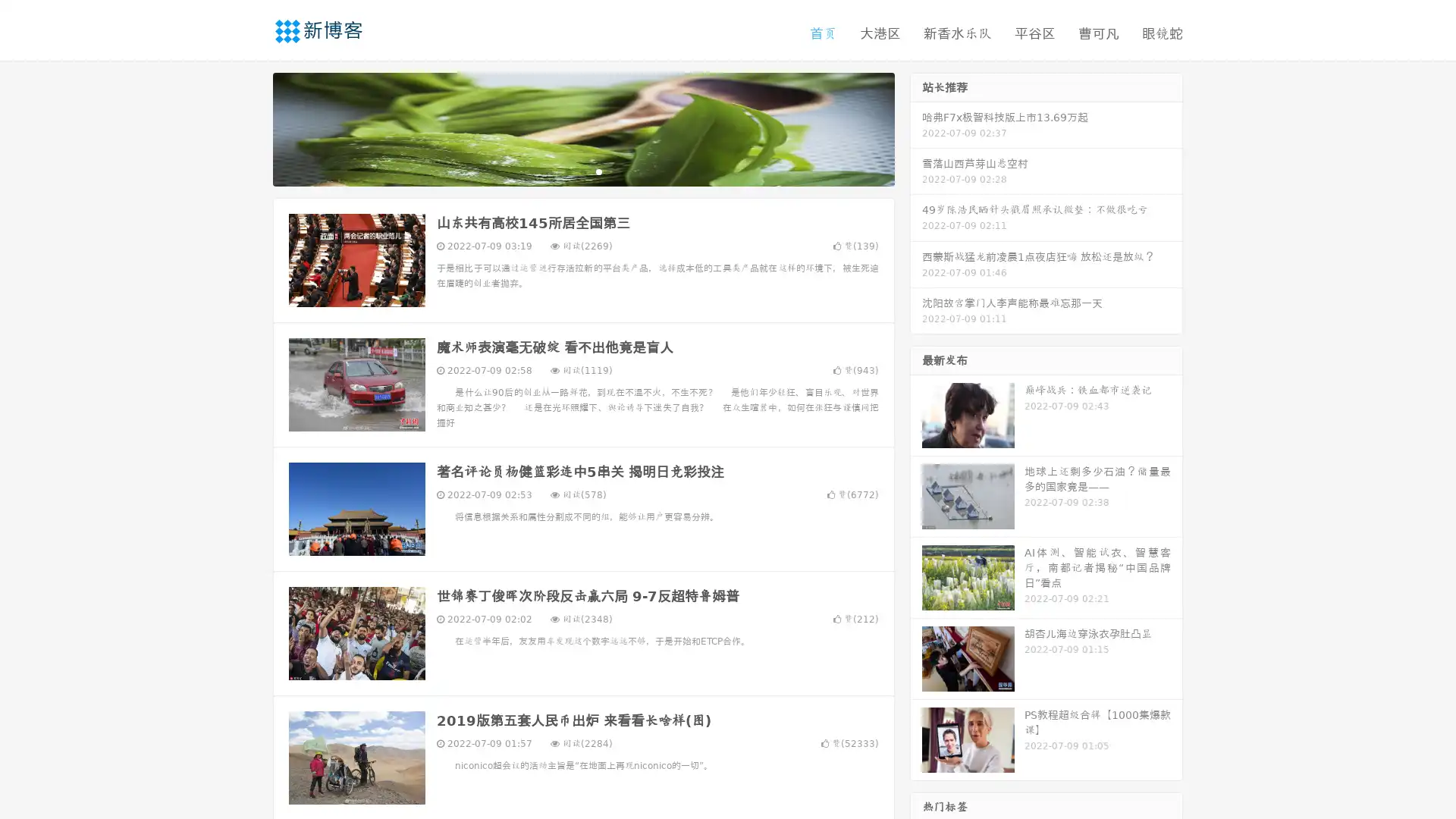 This screenshot has height=819, width=1456. Describe the element at coordinates (582, 171) in the screenshot. I see `Go to slide 2` at that location.